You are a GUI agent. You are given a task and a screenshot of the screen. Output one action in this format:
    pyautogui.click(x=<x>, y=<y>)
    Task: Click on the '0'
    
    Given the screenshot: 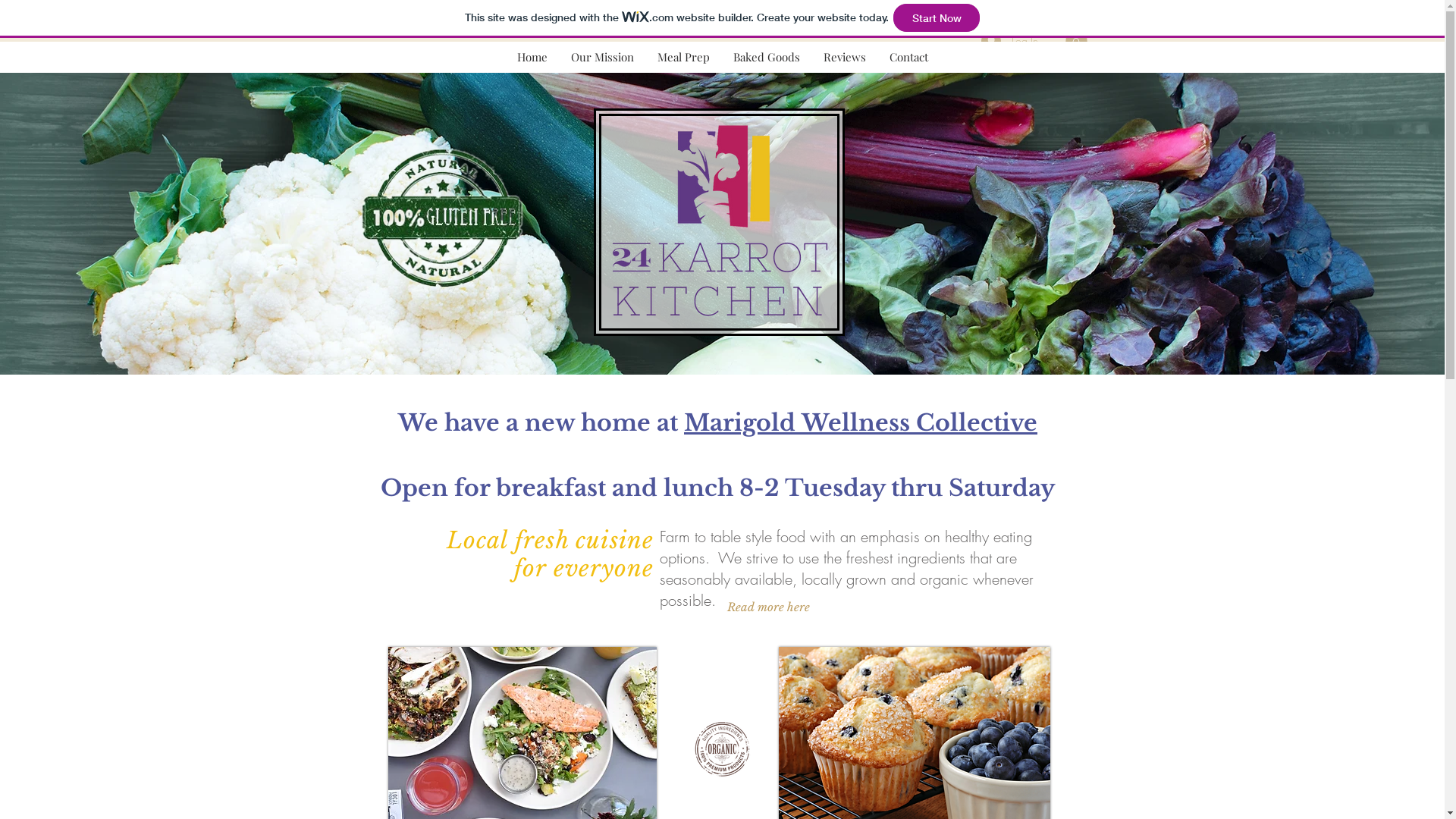 What is the action you would take?
    pyautogui.click(x=1075, y=38)
    